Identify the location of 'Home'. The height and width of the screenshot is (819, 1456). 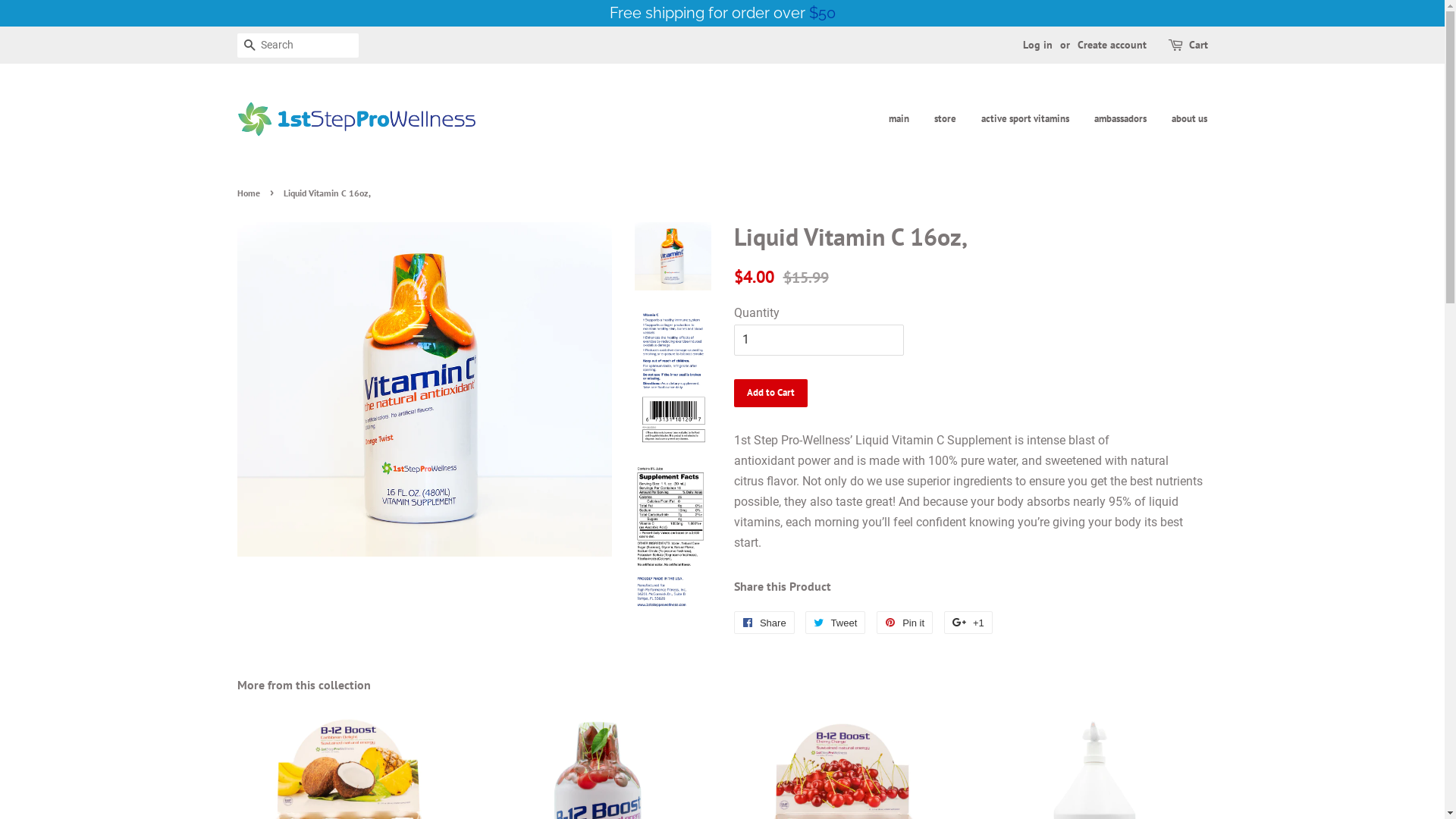
(249, 192).